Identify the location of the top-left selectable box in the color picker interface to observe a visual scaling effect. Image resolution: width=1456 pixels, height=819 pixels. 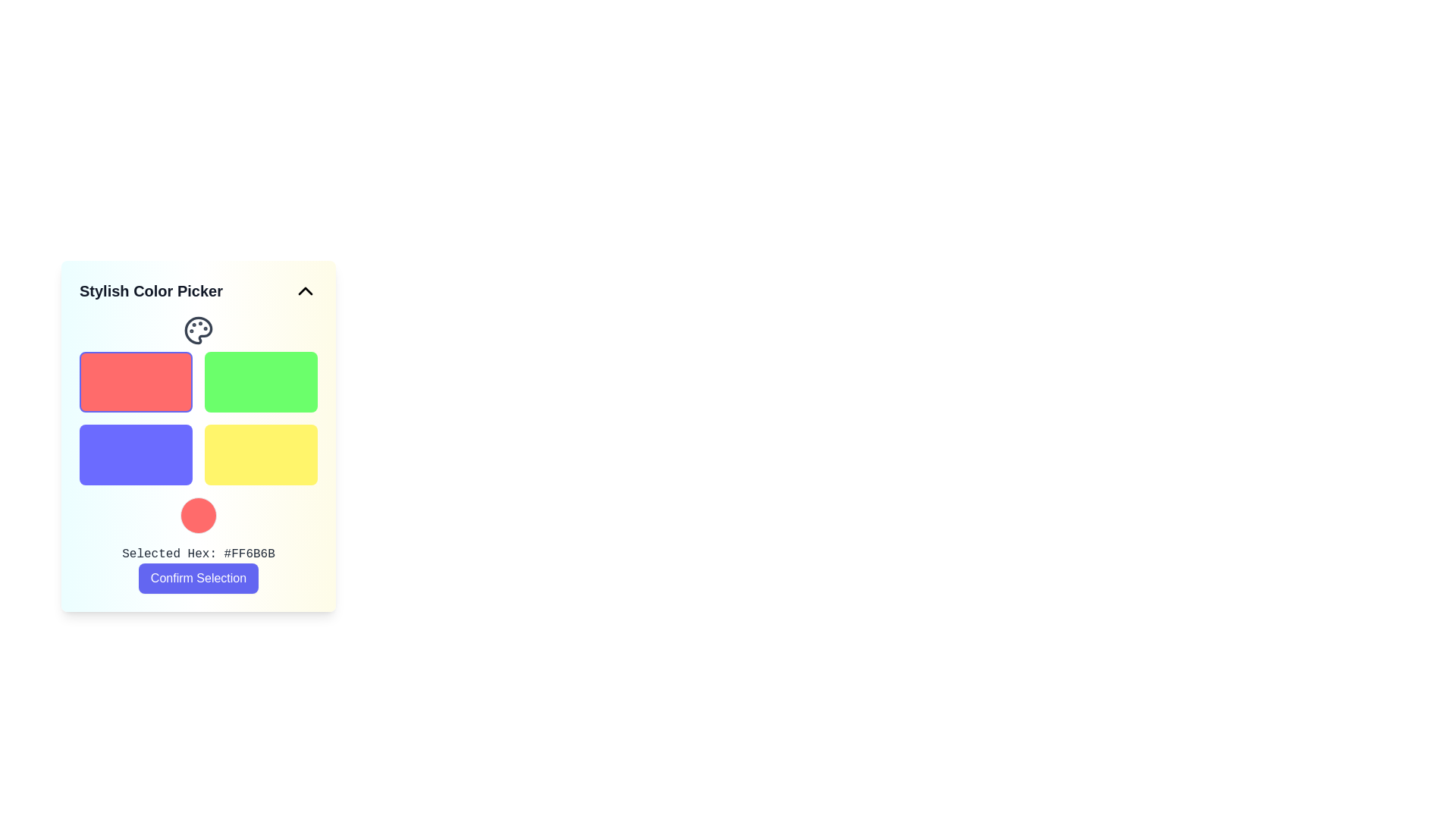
(136, 381).